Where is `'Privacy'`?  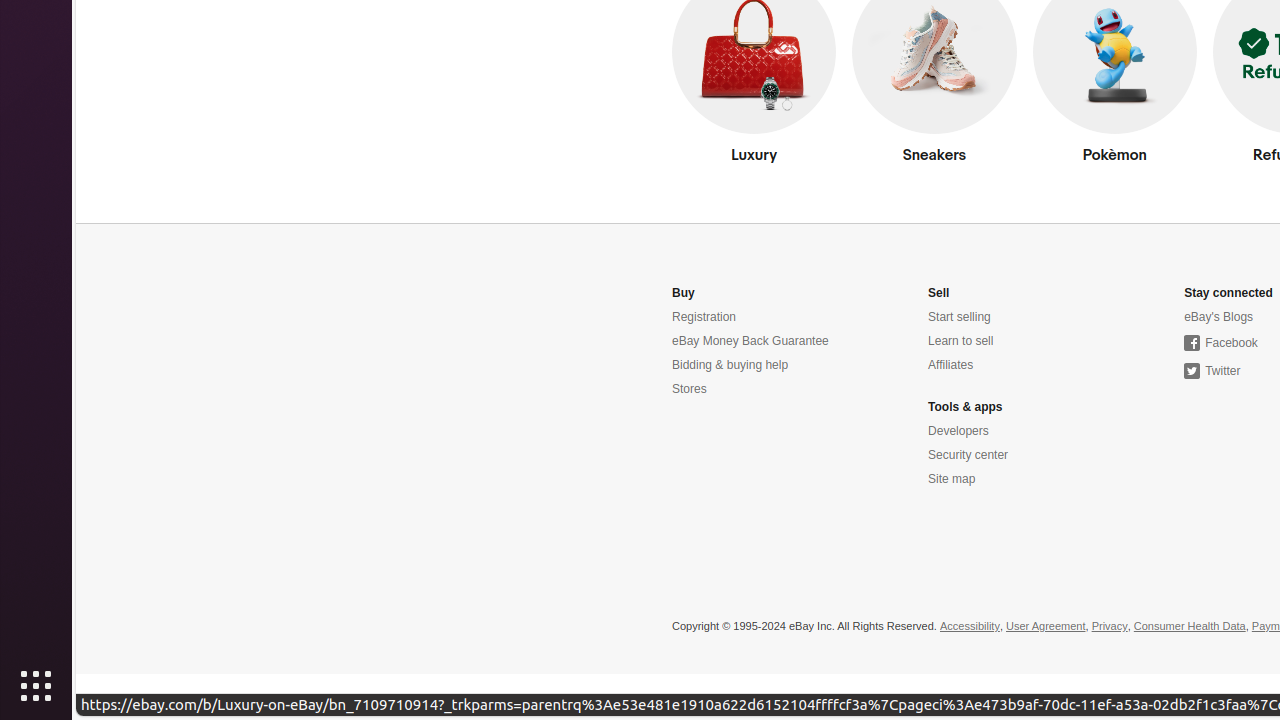
'Privacy' is located at coordinates (1108, 625).